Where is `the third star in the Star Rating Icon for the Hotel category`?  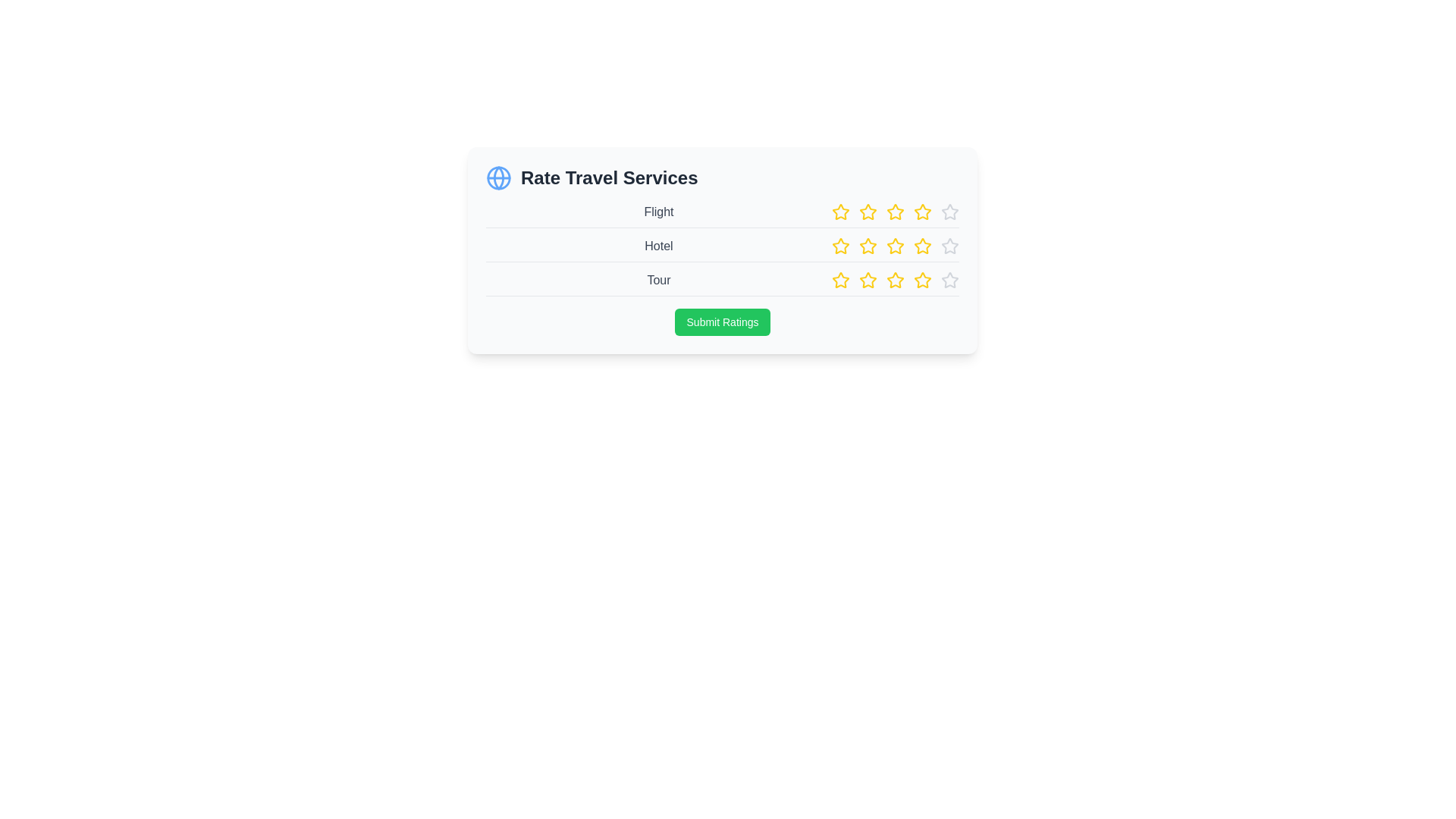
the third star in the Star Rating Icon for the Hotel category is located at coordinates (895, 245).